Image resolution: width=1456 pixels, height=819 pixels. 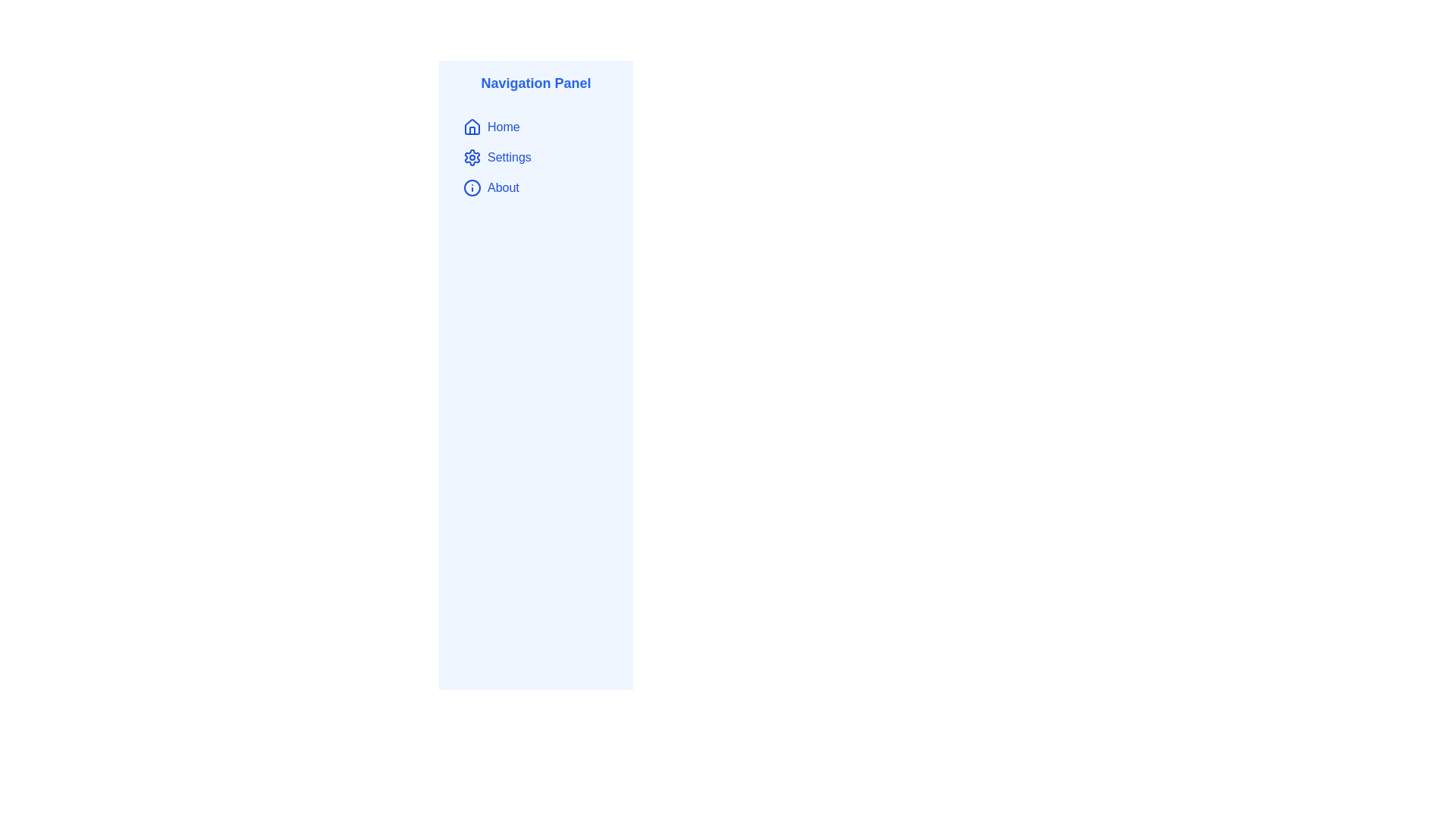 I want to click on the 'Navigation Panel' text label, which displays the text in bold and blue font at the top of the sidebar menu, so click(x=535, y=83).